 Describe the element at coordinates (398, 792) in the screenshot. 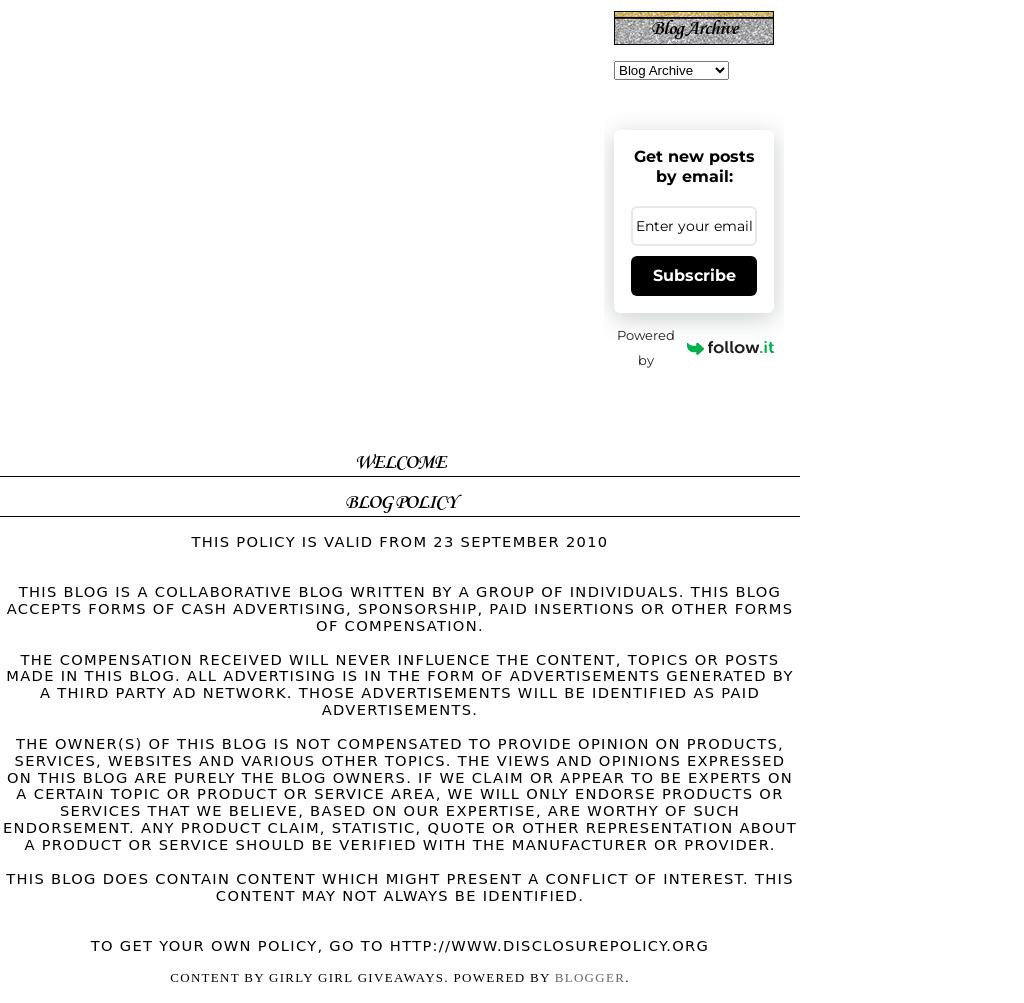

I see `'The owner(s) of this blog is not compensated to provide opinion on products, services, websites and various other topics. The views and opinions expressed on this blog are purely the blog owners. If we claim or appear to be experts on a certain topic or product or service area, we will only endorse products or services that we believe, based on our expertise, are worthy of such endorsement. Any product claim, statistic, quote or other representation about a product or service should be verified with the manufacturer or provider.'` at that location.